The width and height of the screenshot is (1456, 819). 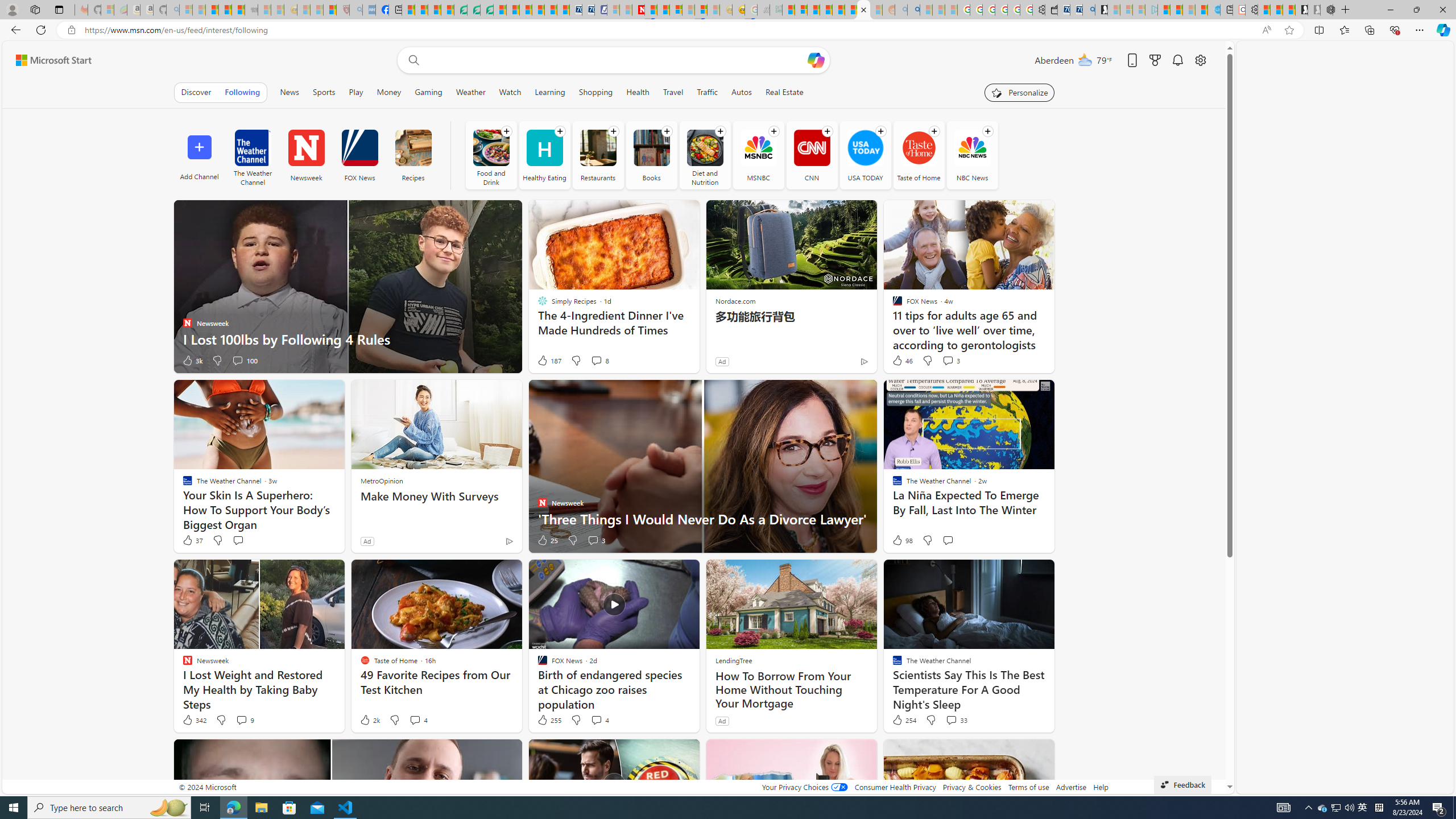 What do you see at coordinates (595, 540) in the screenshot?
I see `'View comments 3 Comment'` at bounding box center [595, 540].